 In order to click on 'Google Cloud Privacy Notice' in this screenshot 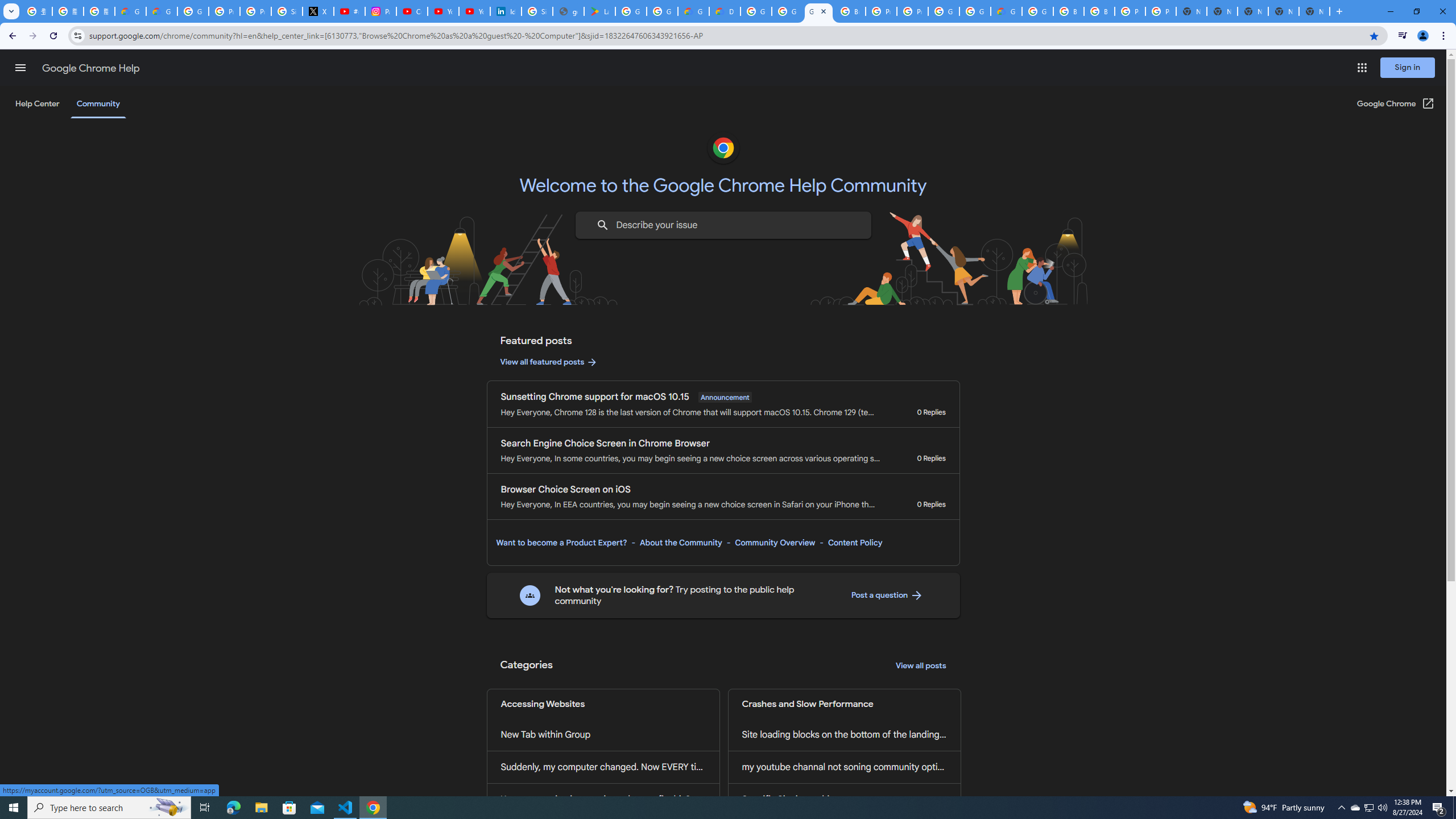, I will do `click(130, 11)`.